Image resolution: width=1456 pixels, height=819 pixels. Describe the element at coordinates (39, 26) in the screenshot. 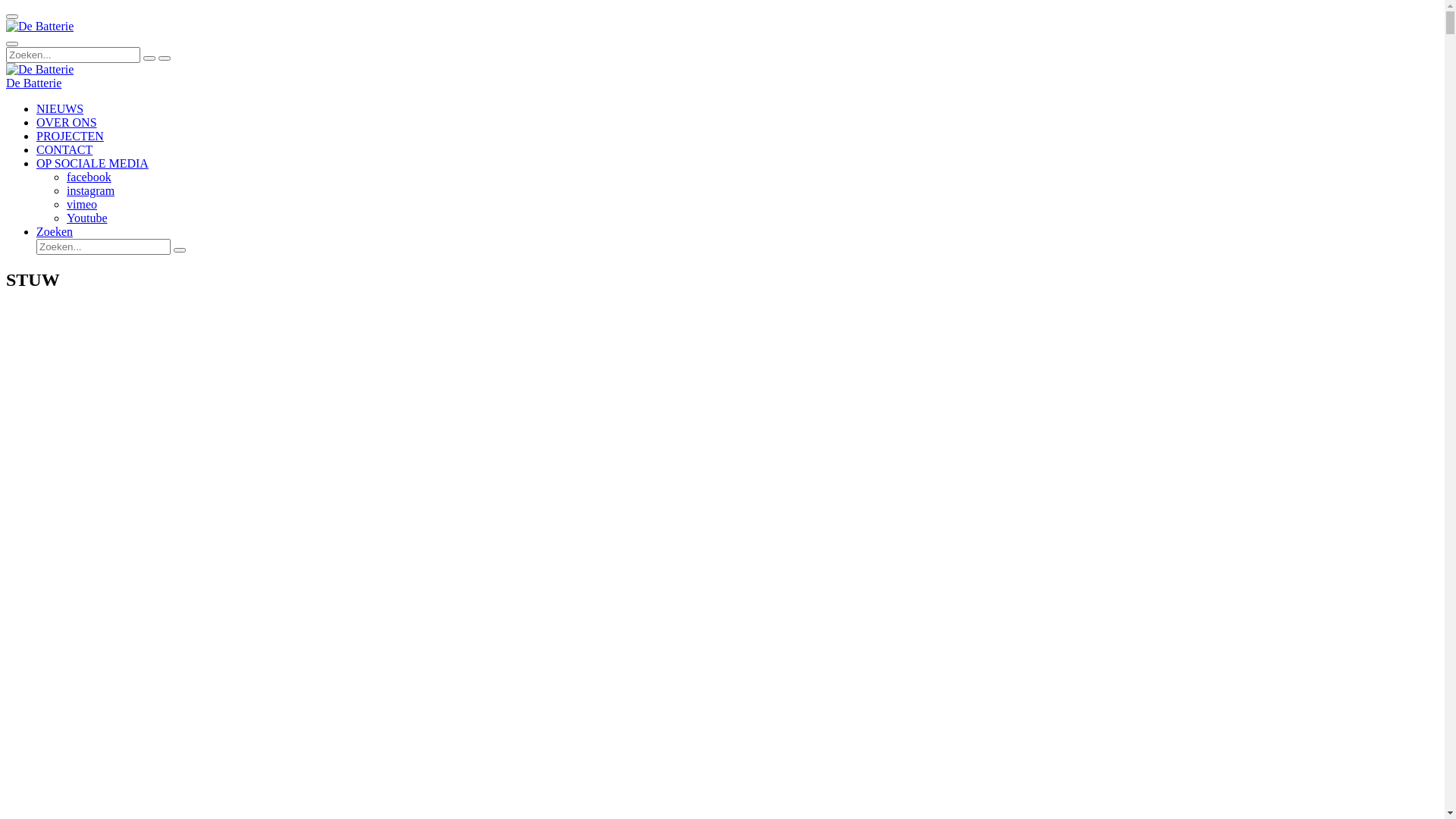

I see `'De Batterie'` at that location.